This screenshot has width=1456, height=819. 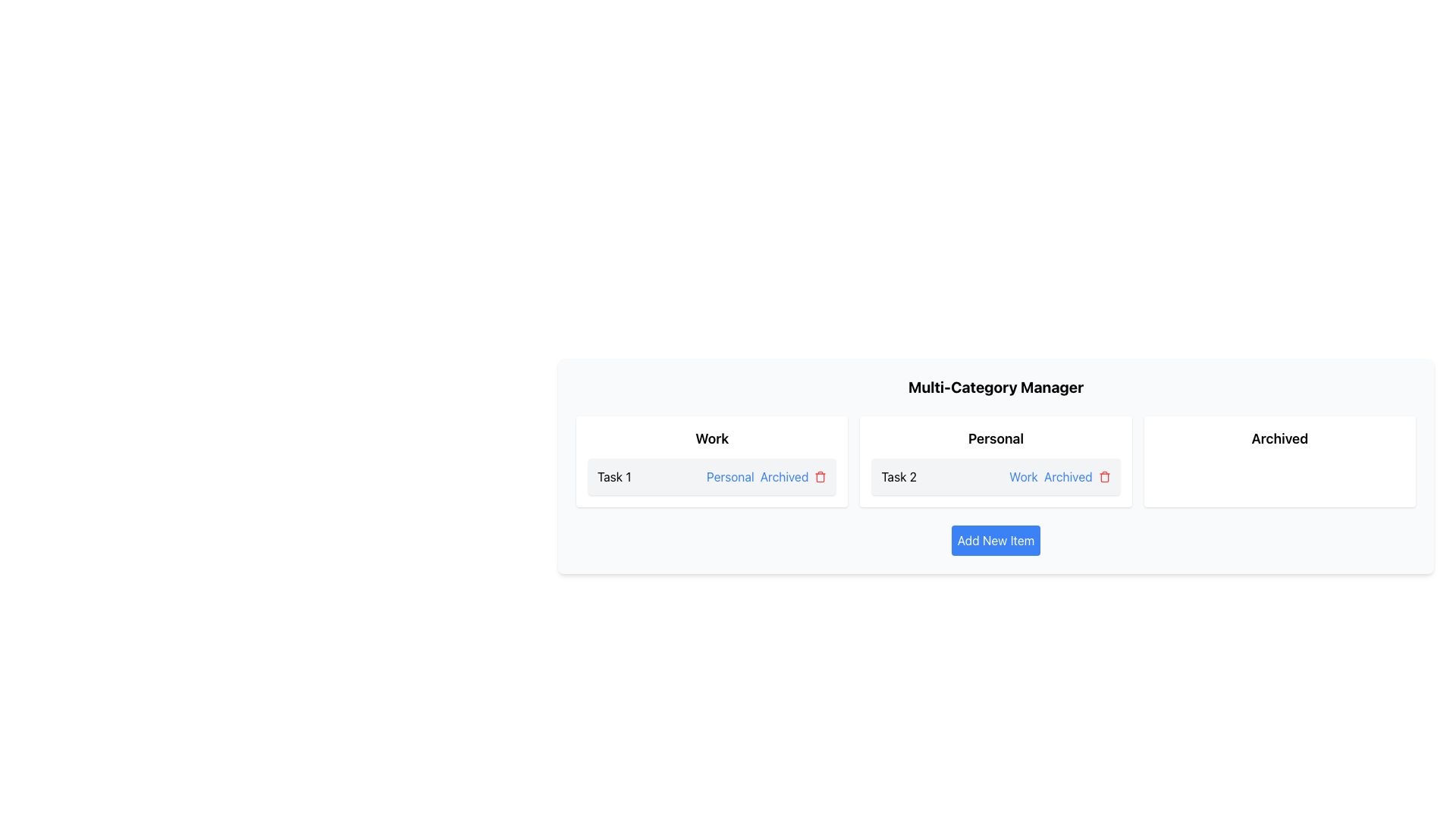 What do you see at coordinates (996, 475) in the screenshot?
I see `the 'Work' or 'Archived' link within the 'Task 2' list item in the 'Personal' category` at bounding box center [996, 475].